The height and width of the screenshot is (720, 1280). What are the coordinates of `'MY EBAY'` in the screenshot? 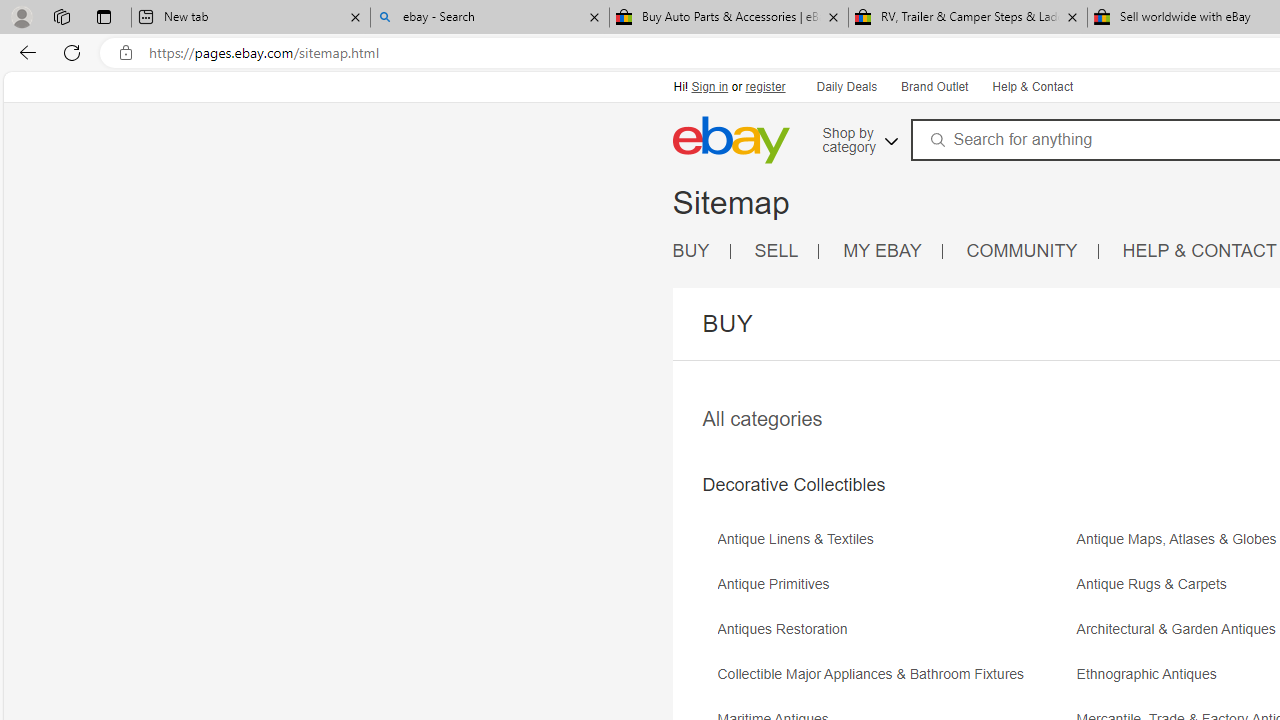 It's located at (892, 250).